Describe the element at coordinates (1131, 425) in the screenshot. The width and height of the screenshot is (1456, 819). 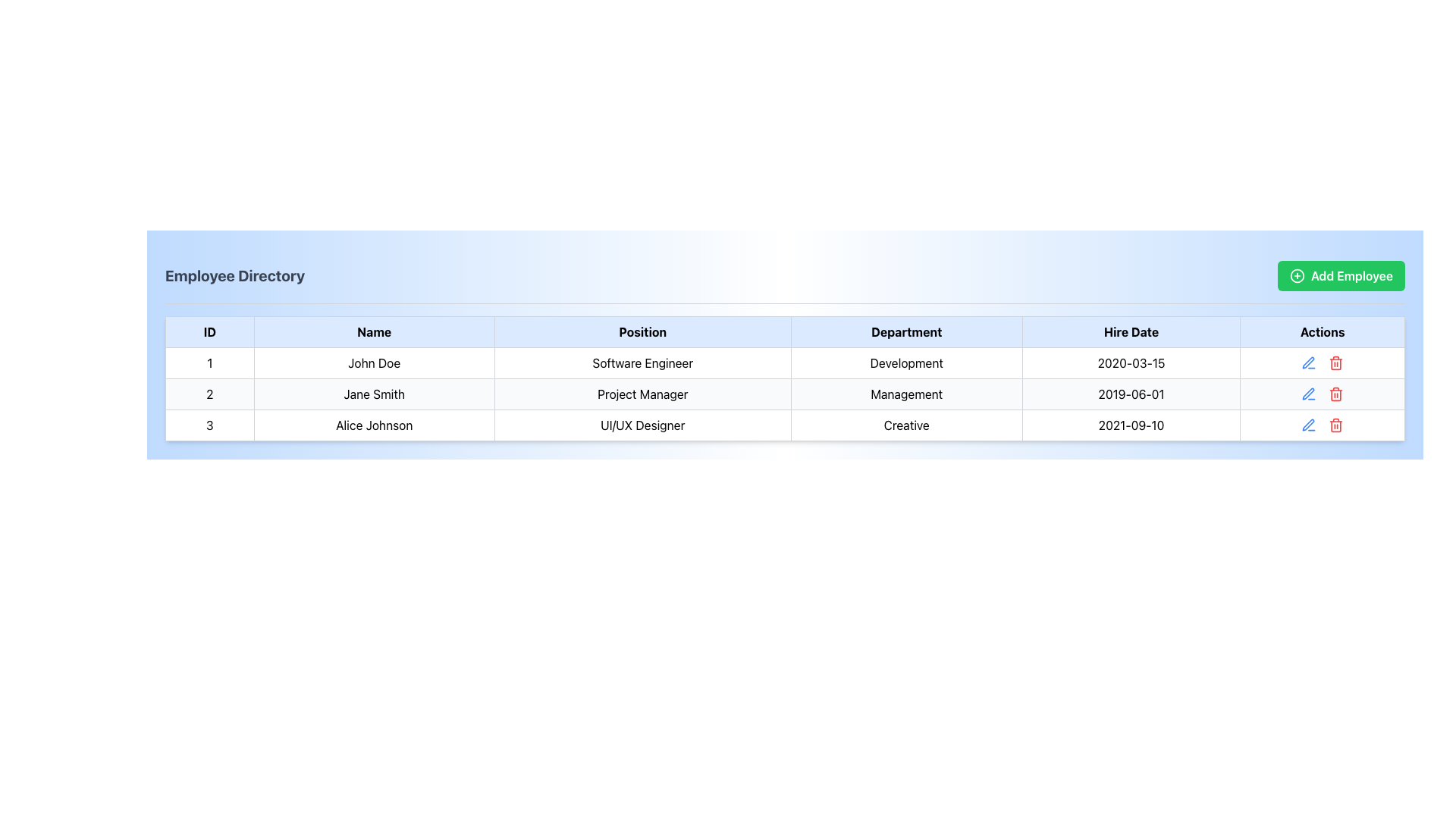
I see `the text display field showing the date '2021-09-10', which is styled with centered alignment in a box under the 'Hire Date' column and aligned with the 'Alice Johnson' row` at that location.